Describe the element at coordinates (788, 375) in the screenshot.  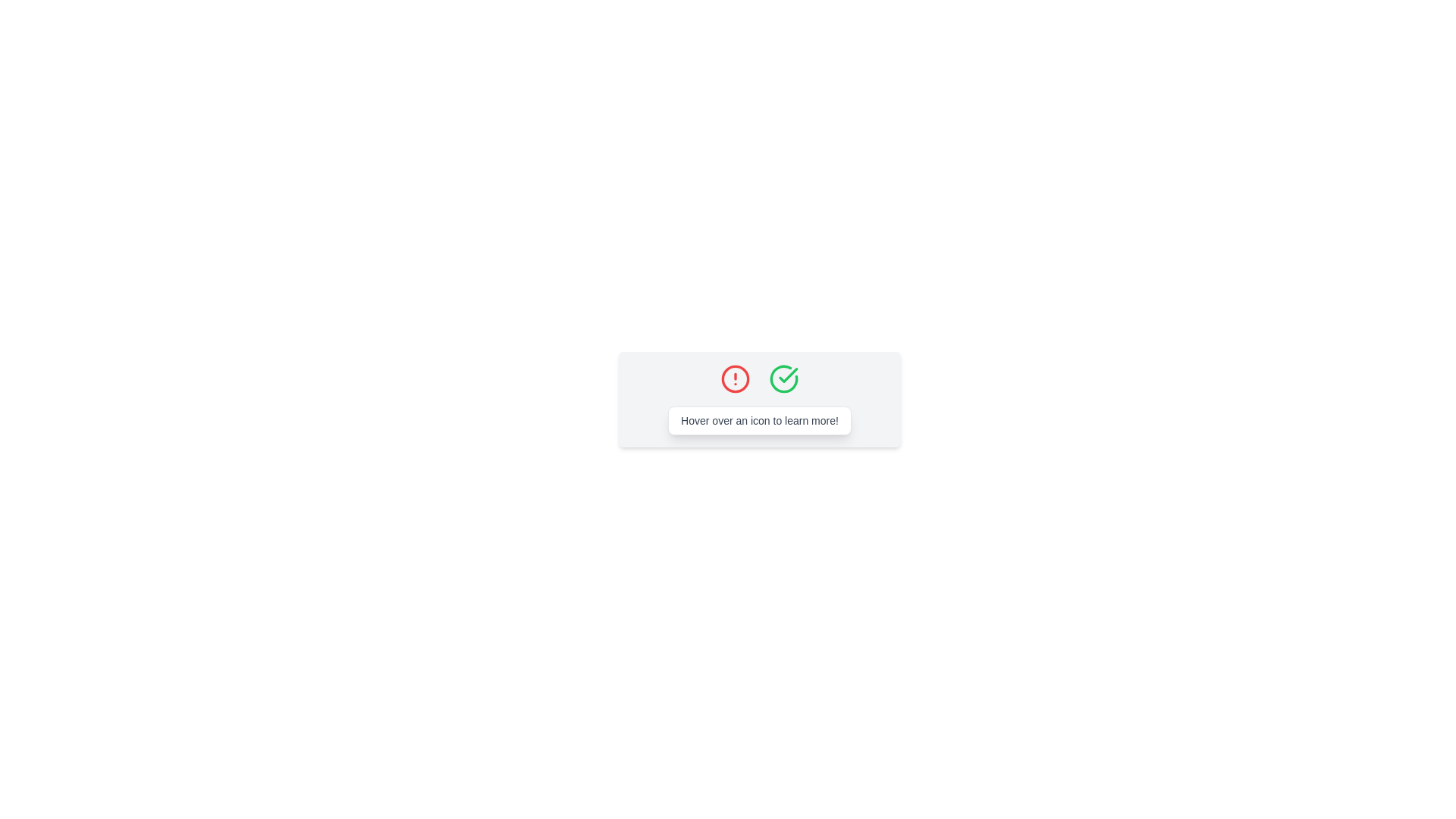
I see `the green checkmark icon, which is the central component of the green-bordered figure positioned to the right of a red warning icon` at that location.